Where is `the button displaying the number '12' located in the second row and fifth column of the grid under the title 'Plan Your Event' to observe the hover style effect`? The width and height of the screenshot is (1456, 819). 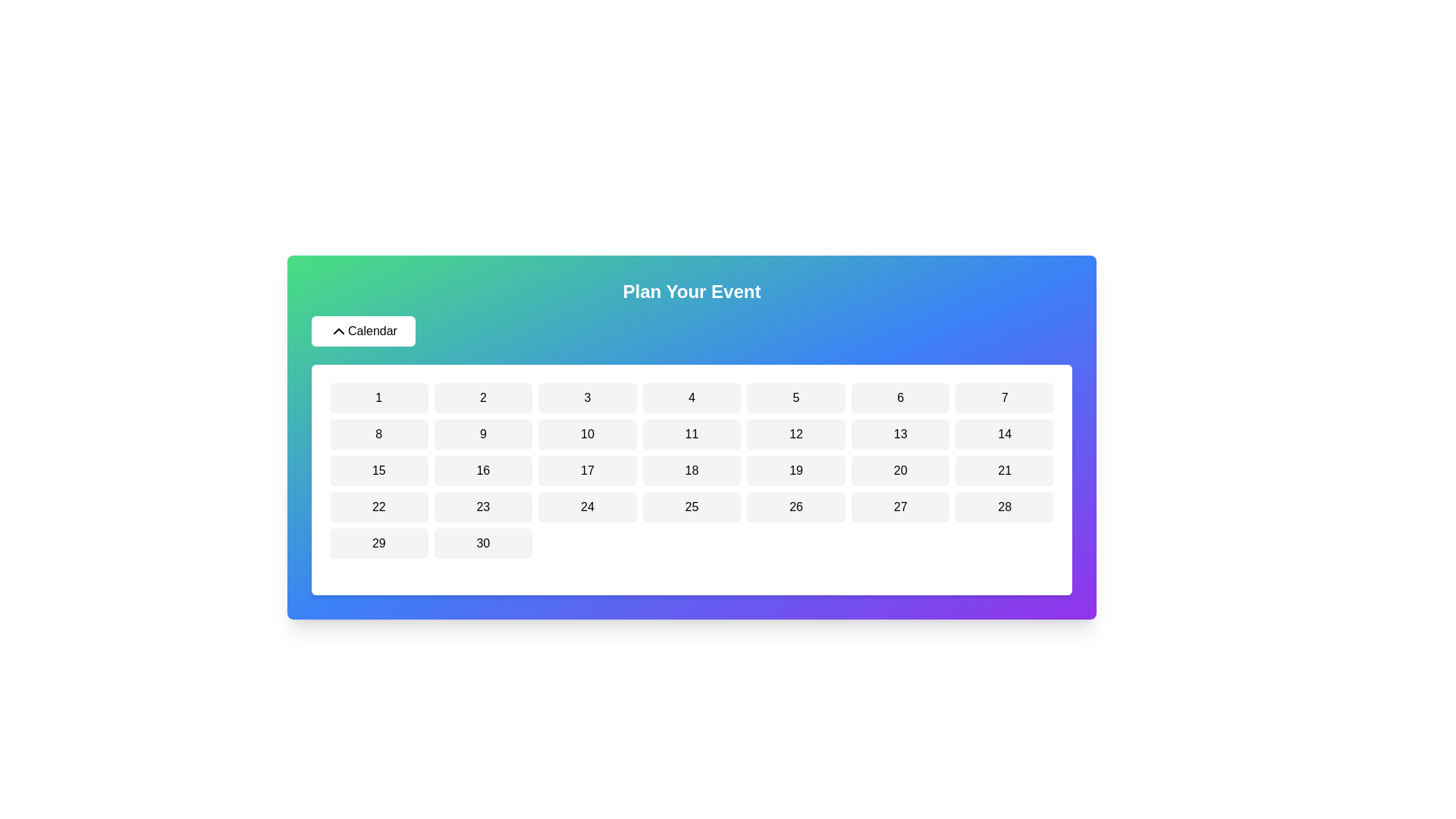 the button displaying the number '12' located in the second row and fifth column of the grid under the title 'Plan Your Event' to observe the hover style effect is located at coordinates (795, 435).